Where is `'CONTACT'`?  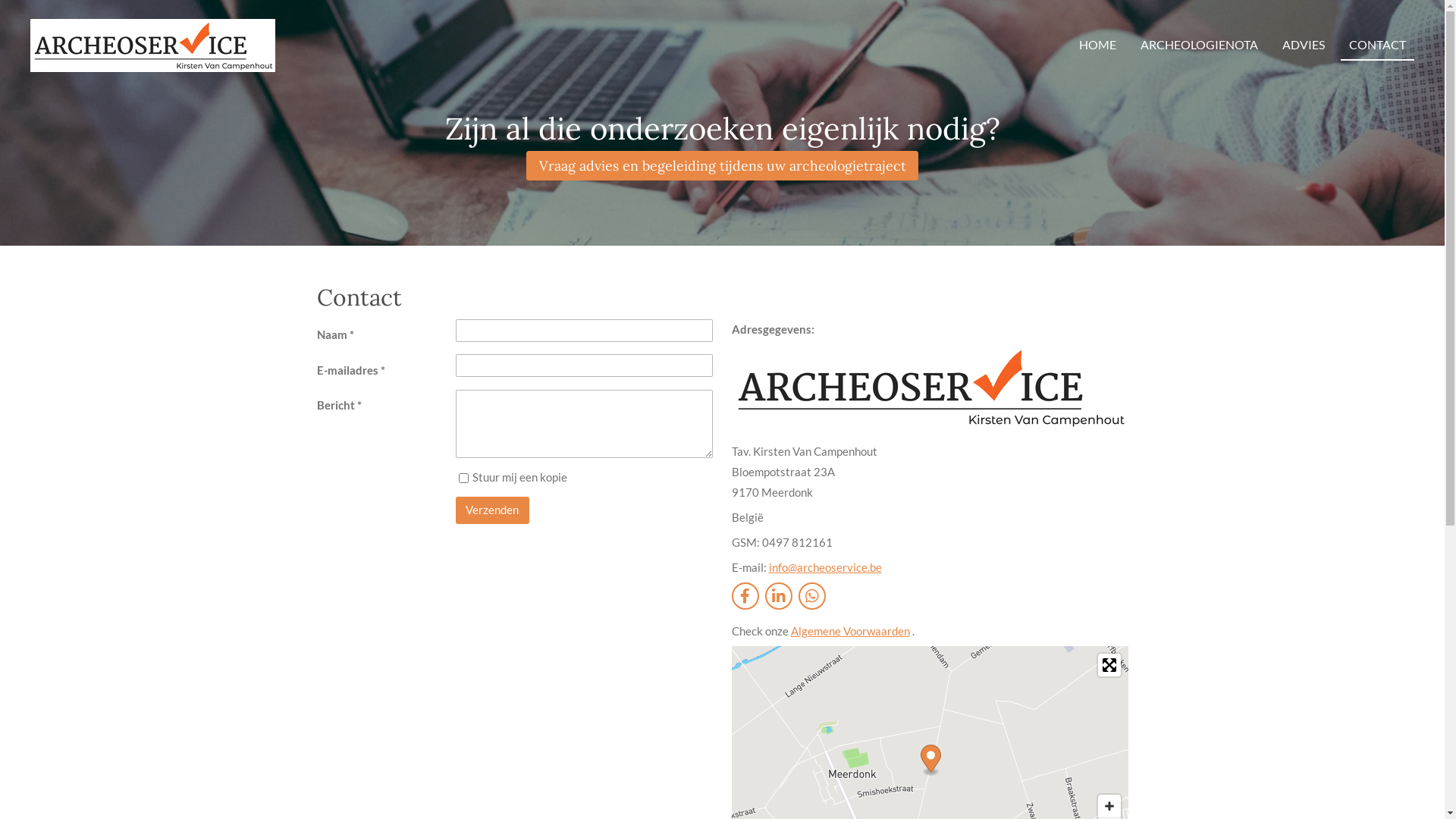 'CONTACT' is located at coordinates (1377, 45).